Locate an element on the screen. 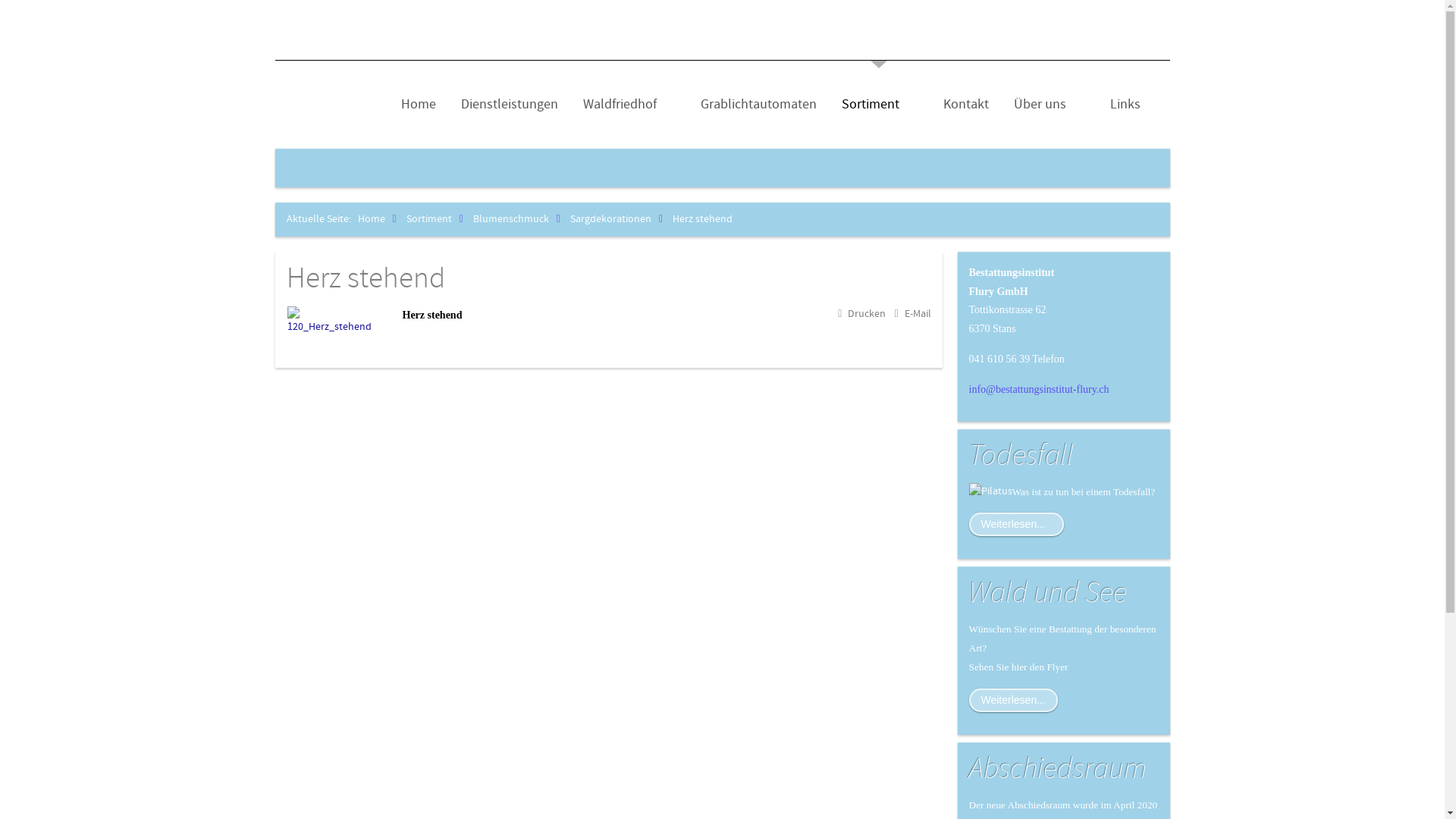 Image resolution: width=1456 pixels, height=819 pixels. 'Weiterlesen...  ' is located at coordinates (1016, 523).